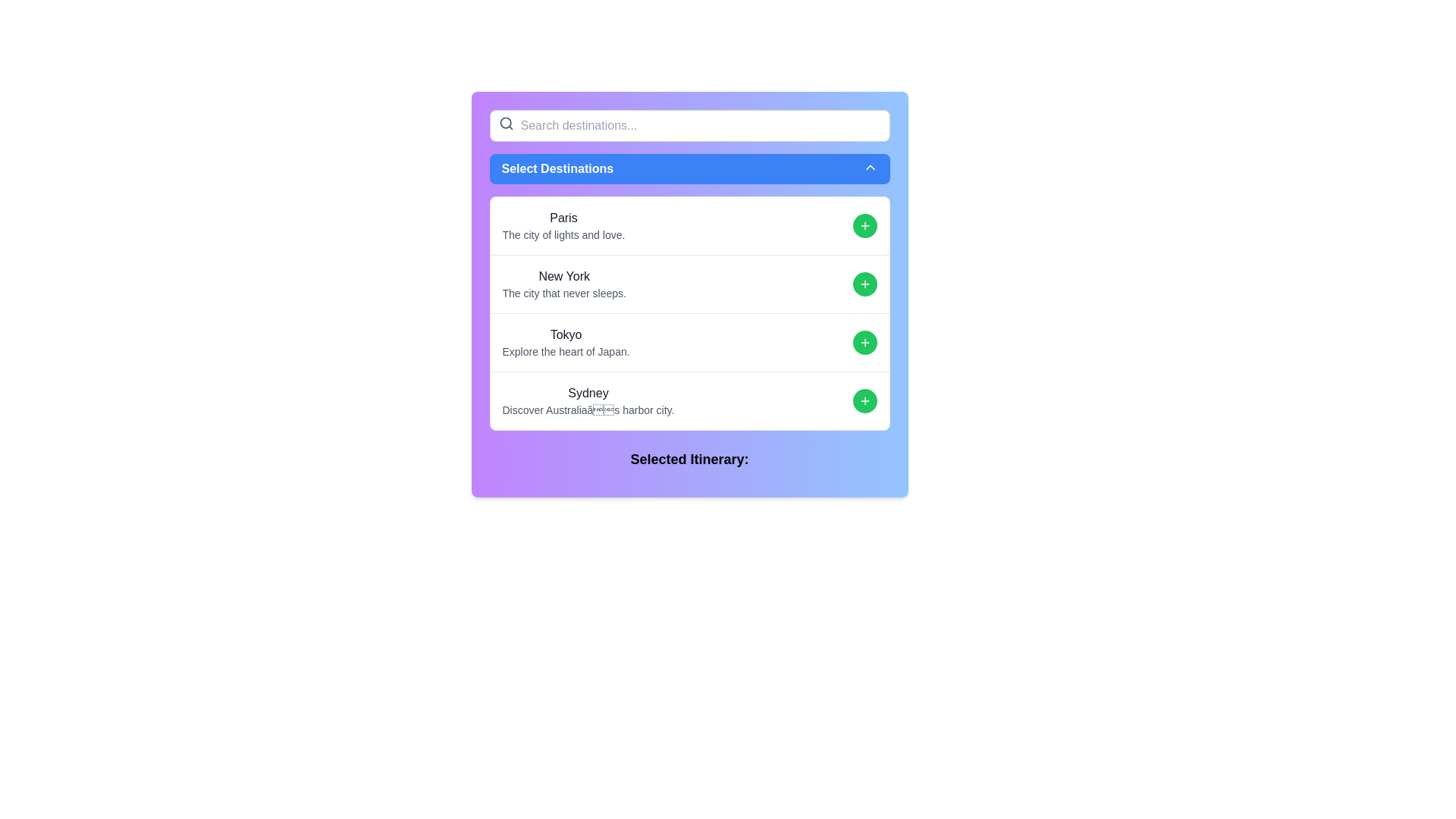  What do you see at coordinates (864, 342) in the screenshot?
I see `the button that adds 'Tokyo' to the itinerary, which is the fourth in a vertical list of similar add buttons aligned with the 'Tokyo' destination option` at bounding box center [864, 342].